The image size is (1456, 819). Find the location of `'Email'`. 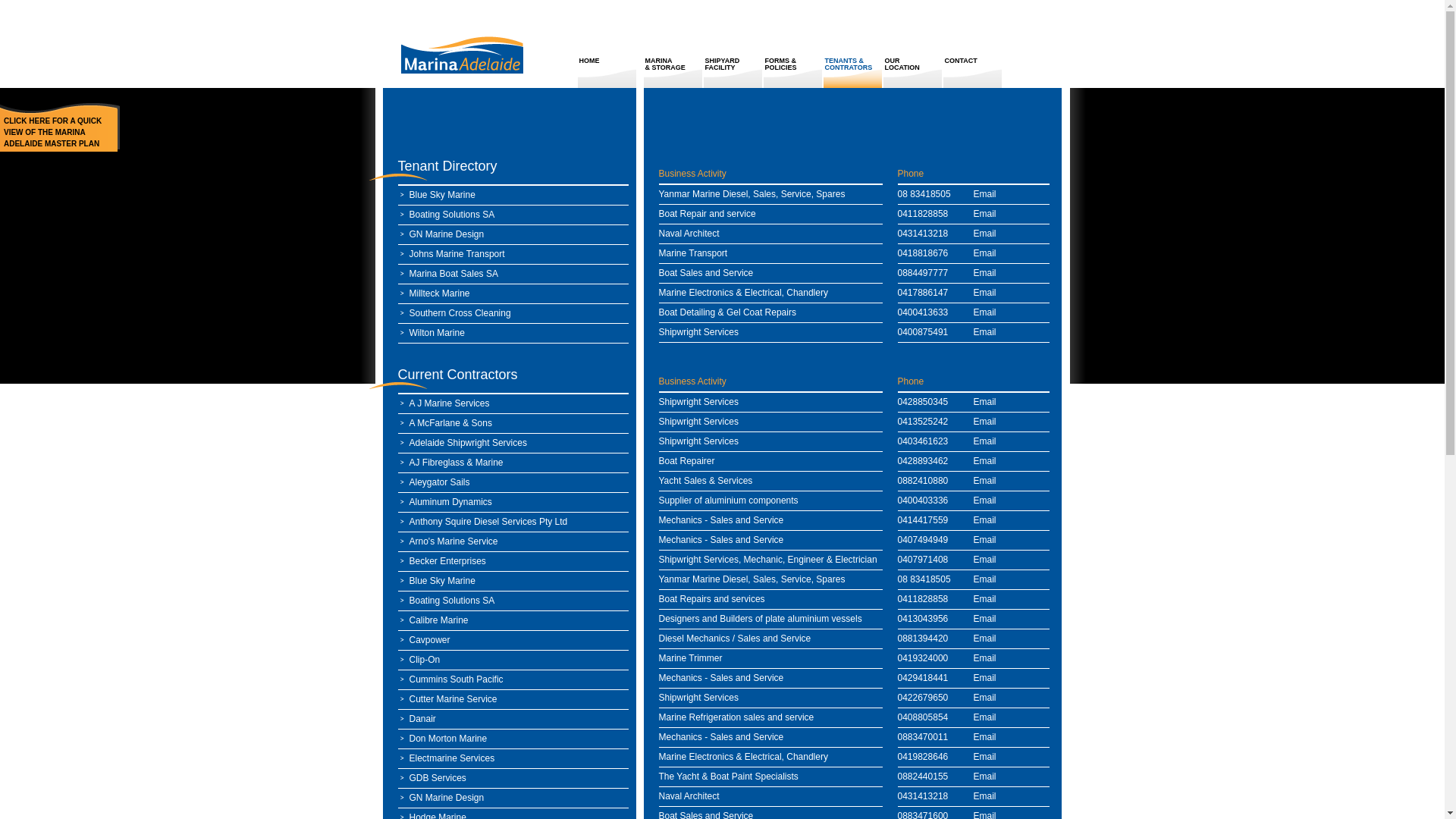

'Email' is located at coordinates (985, 736).